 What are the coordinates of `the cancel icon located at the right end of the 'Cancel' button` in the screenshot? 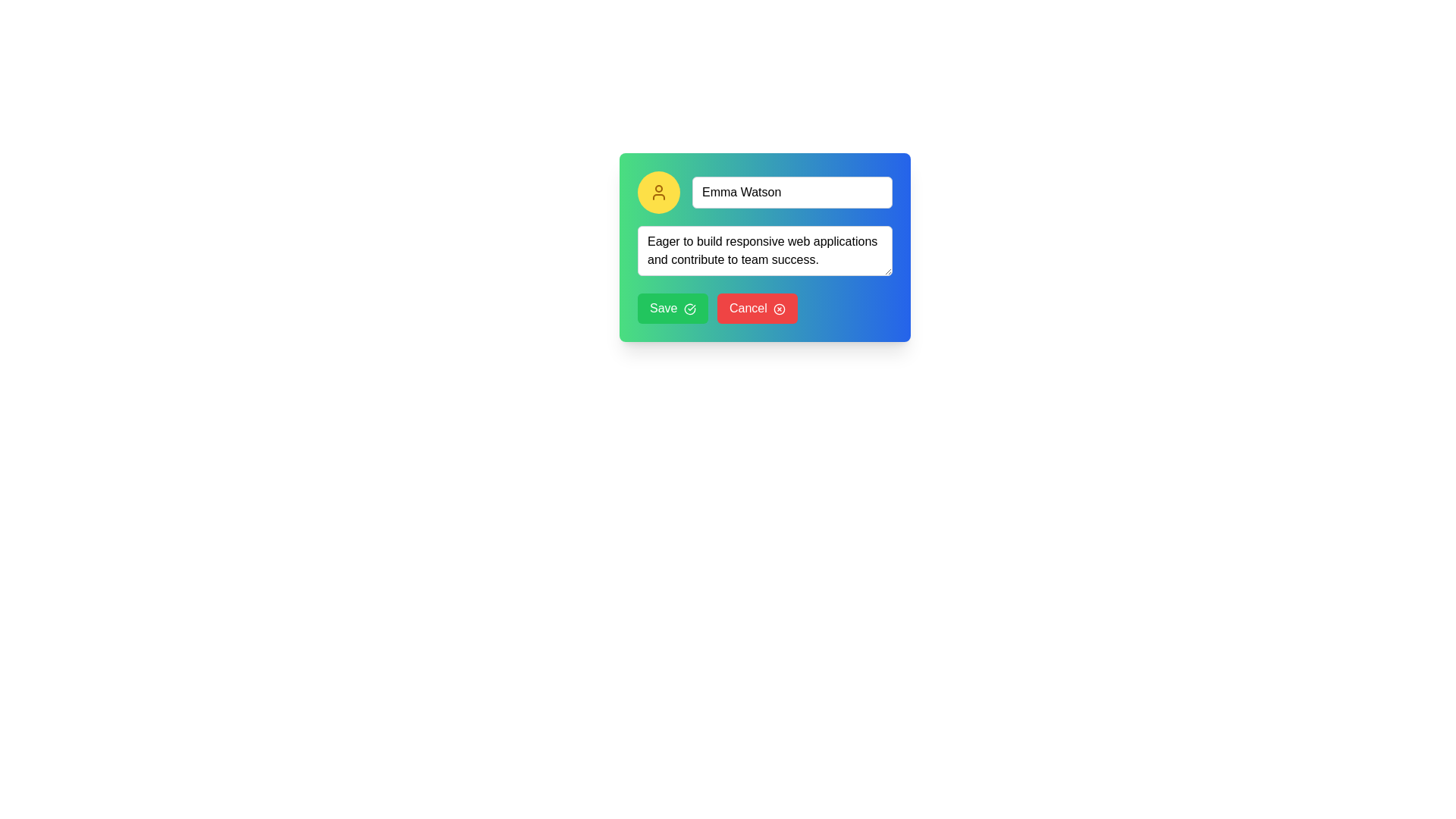 It's located at (780, 308).